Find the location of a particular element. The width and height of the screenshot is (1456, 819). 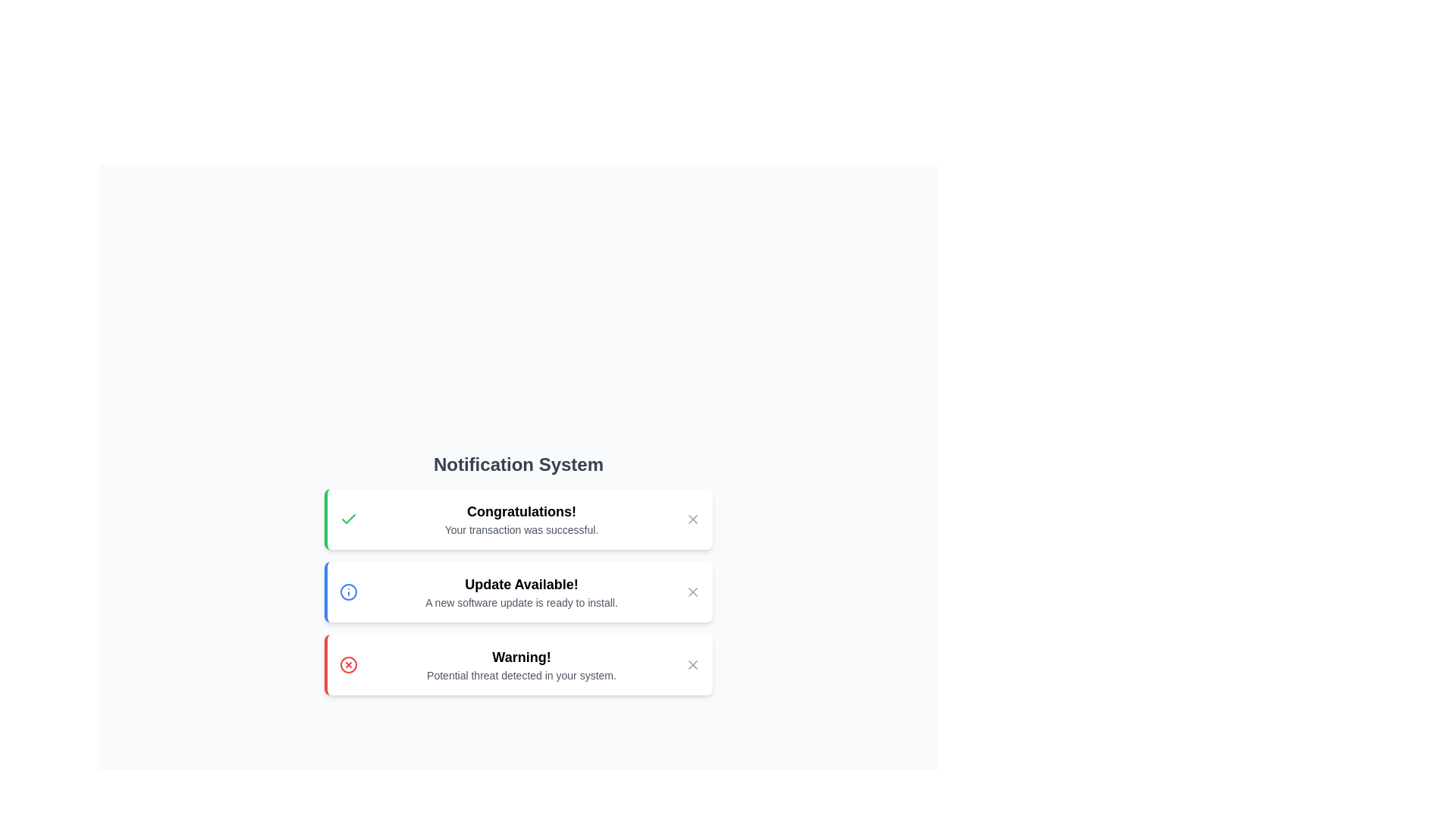

the informational icon located at the upper-left corner of the notification card that indicates an update is available is located at coordinates (348, 591).